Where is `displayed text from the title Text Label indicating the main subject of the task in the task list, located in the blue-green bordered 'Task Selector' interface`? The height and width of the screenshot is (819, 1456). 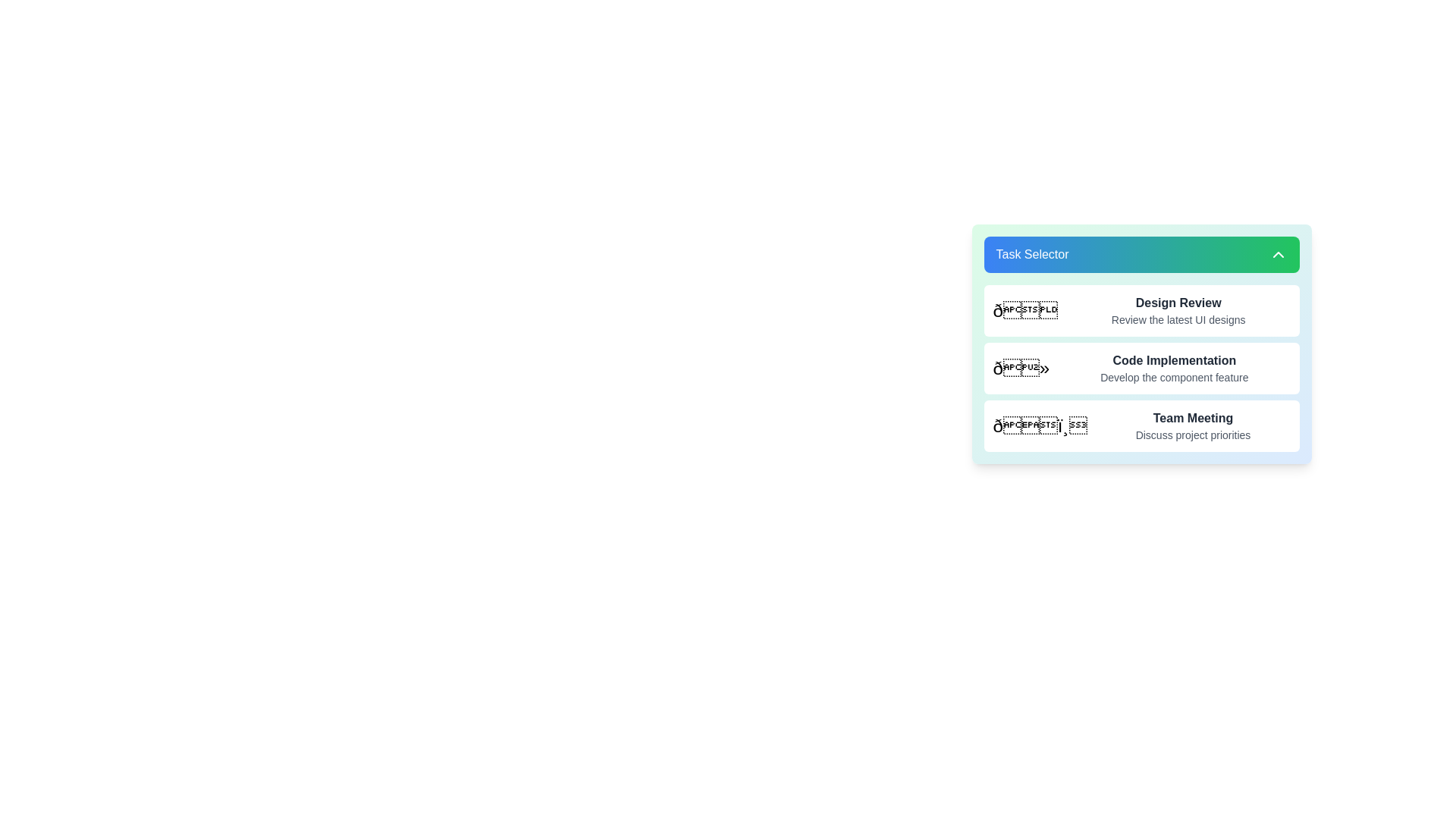
displayed text from the title Text Label indicating the main subject of the task in the task list, located in the blue-green bordered 'Task Selector' interface is located at coordinates (1192, 418).